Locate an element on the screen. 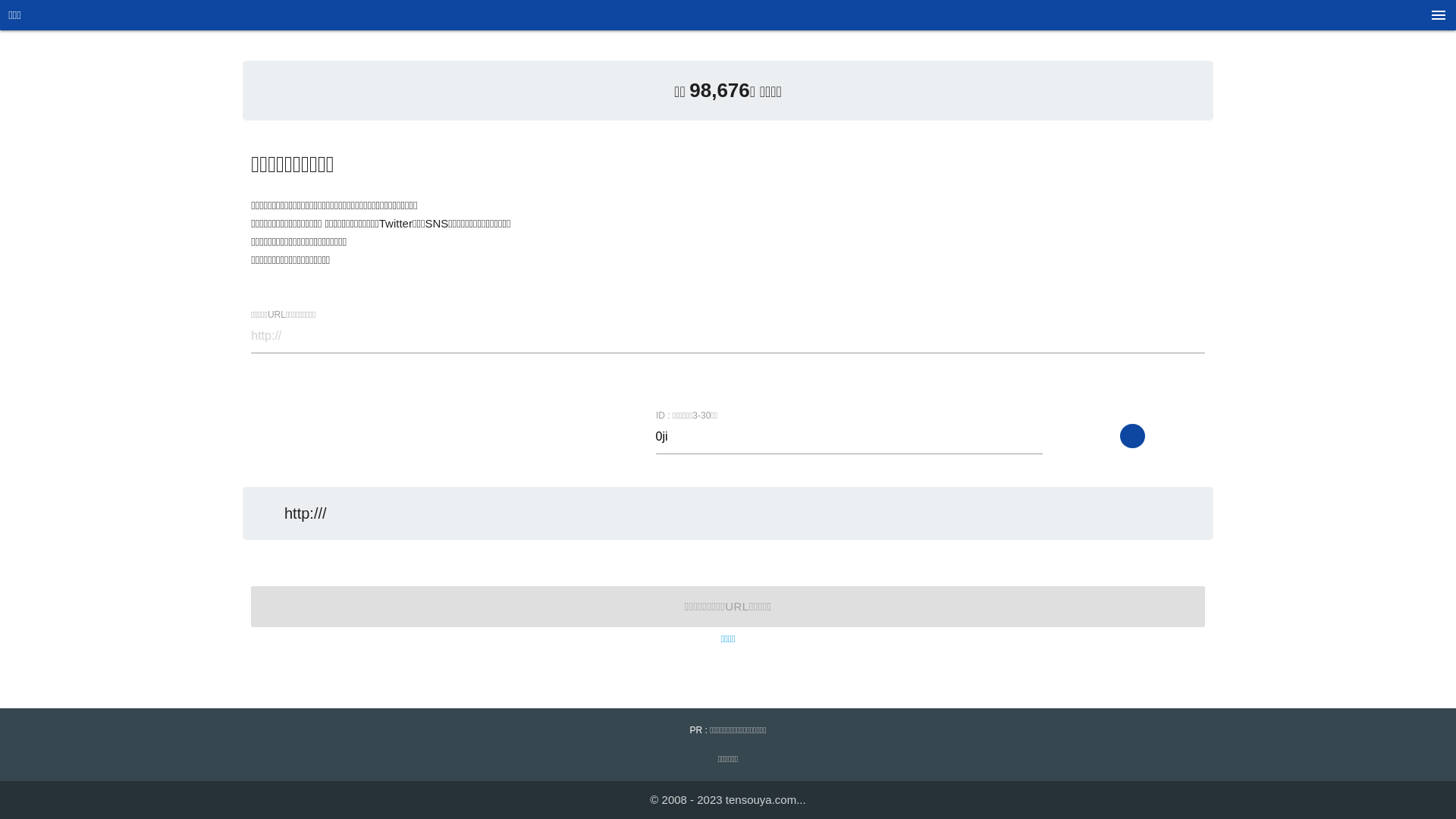 The image size is (1456, 819). 'menu' is located at coordinates (1437, 20).